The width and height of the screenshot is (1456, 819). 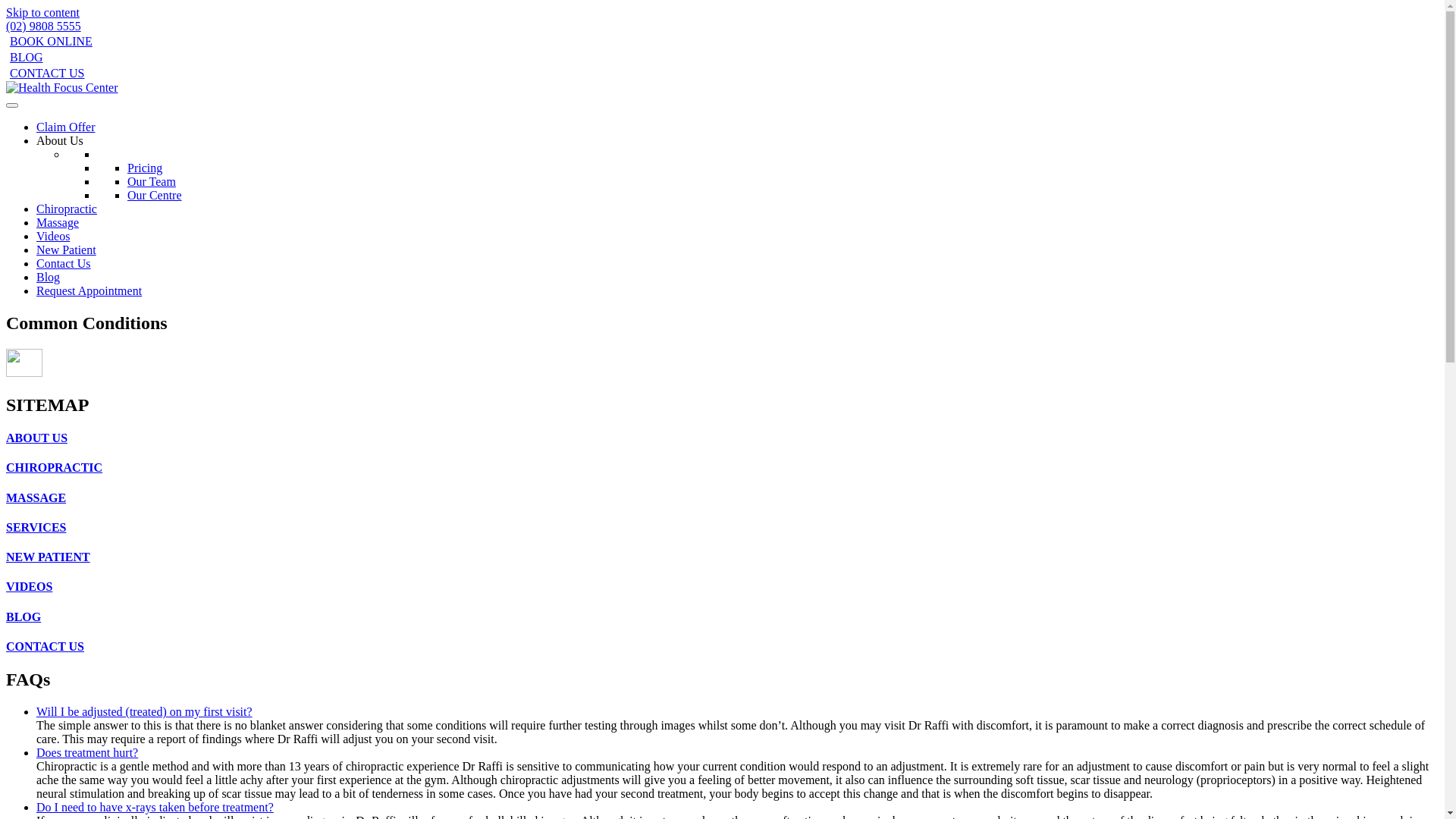 I want to click on 'Request Appointment', so click(x=88, y=290).